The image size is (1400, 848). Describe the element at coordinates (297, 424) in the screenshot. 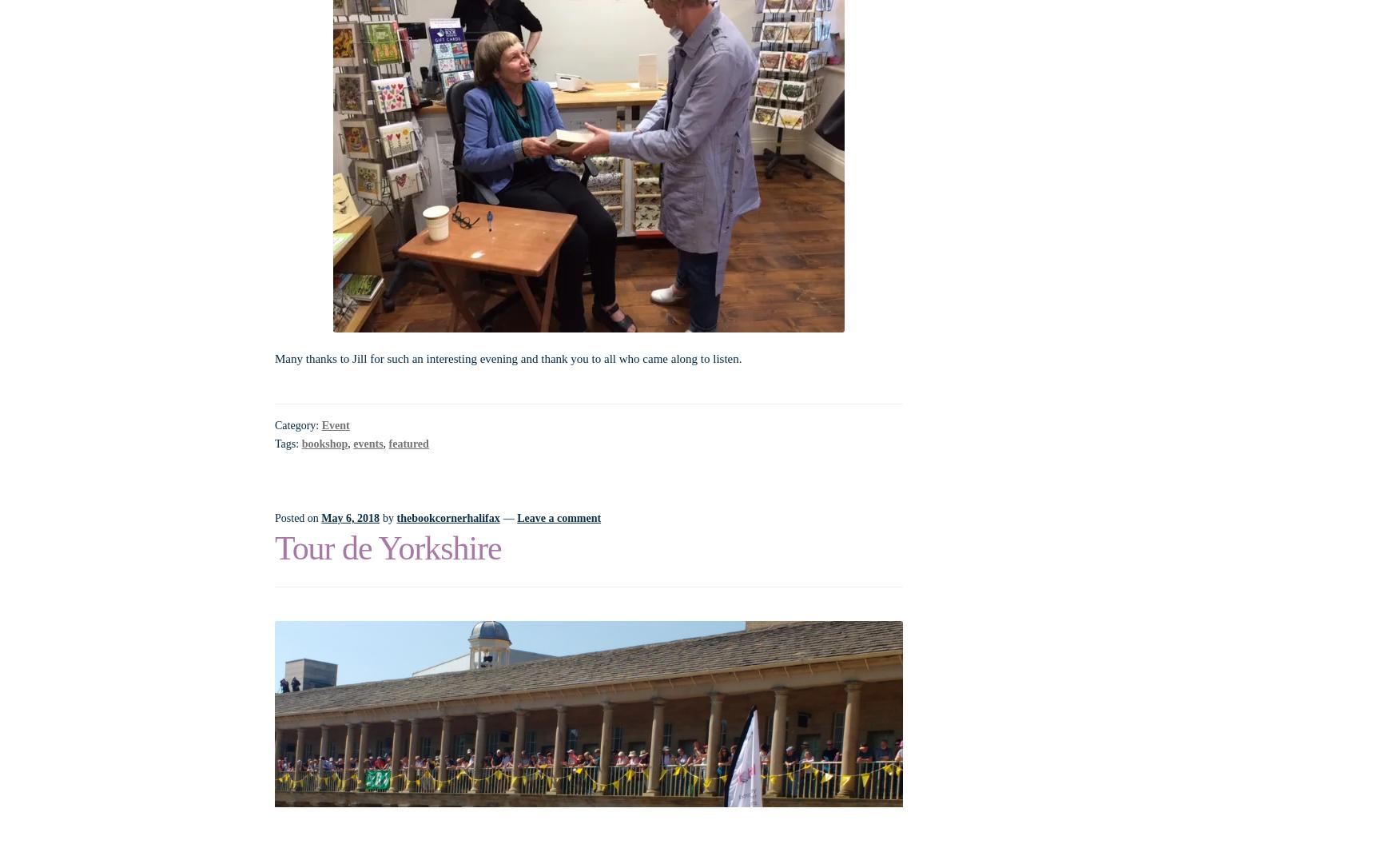

I see `'Category:'` at that location.